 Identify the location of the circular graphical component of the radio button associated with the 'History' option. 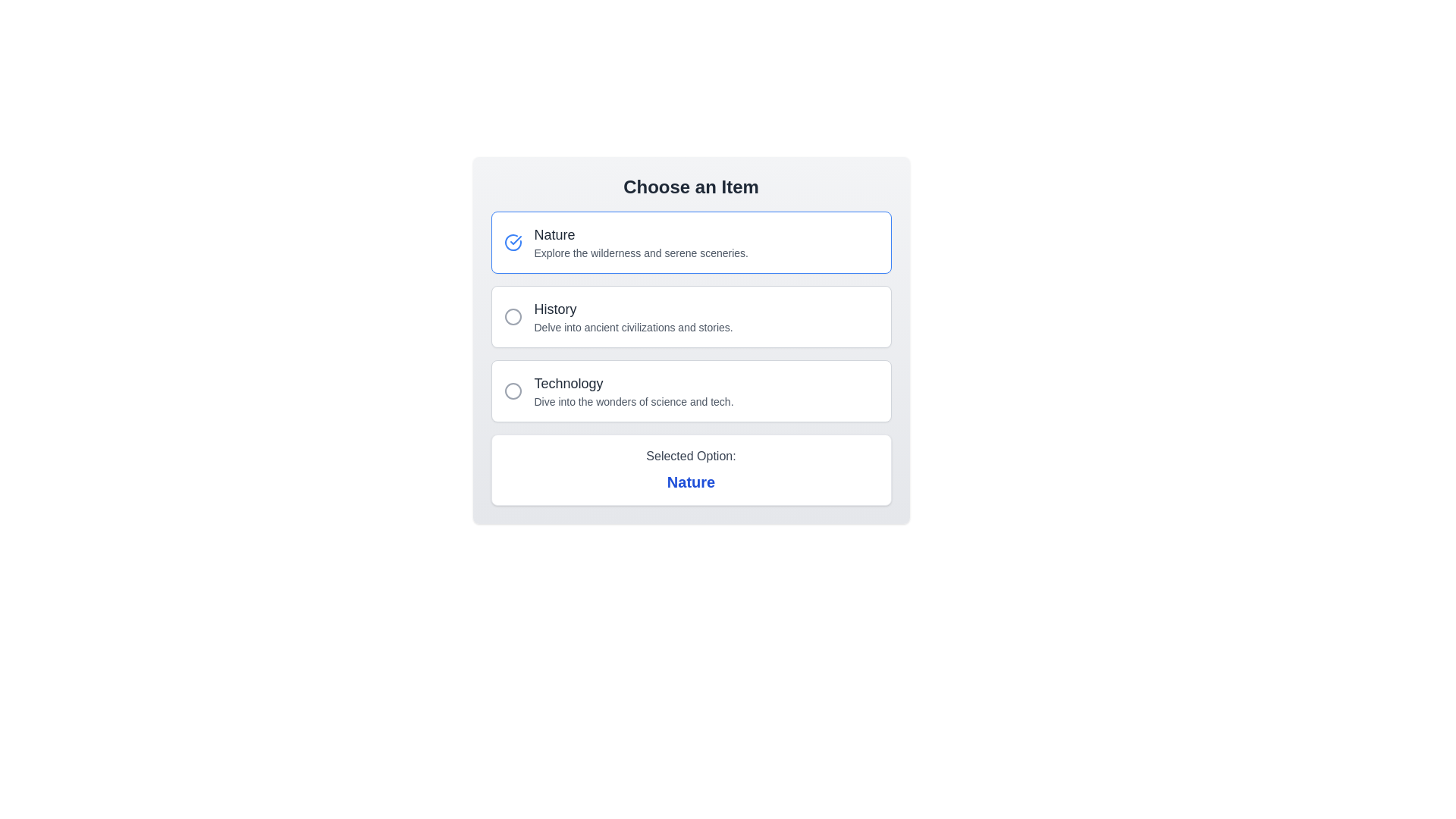
(513, 315).